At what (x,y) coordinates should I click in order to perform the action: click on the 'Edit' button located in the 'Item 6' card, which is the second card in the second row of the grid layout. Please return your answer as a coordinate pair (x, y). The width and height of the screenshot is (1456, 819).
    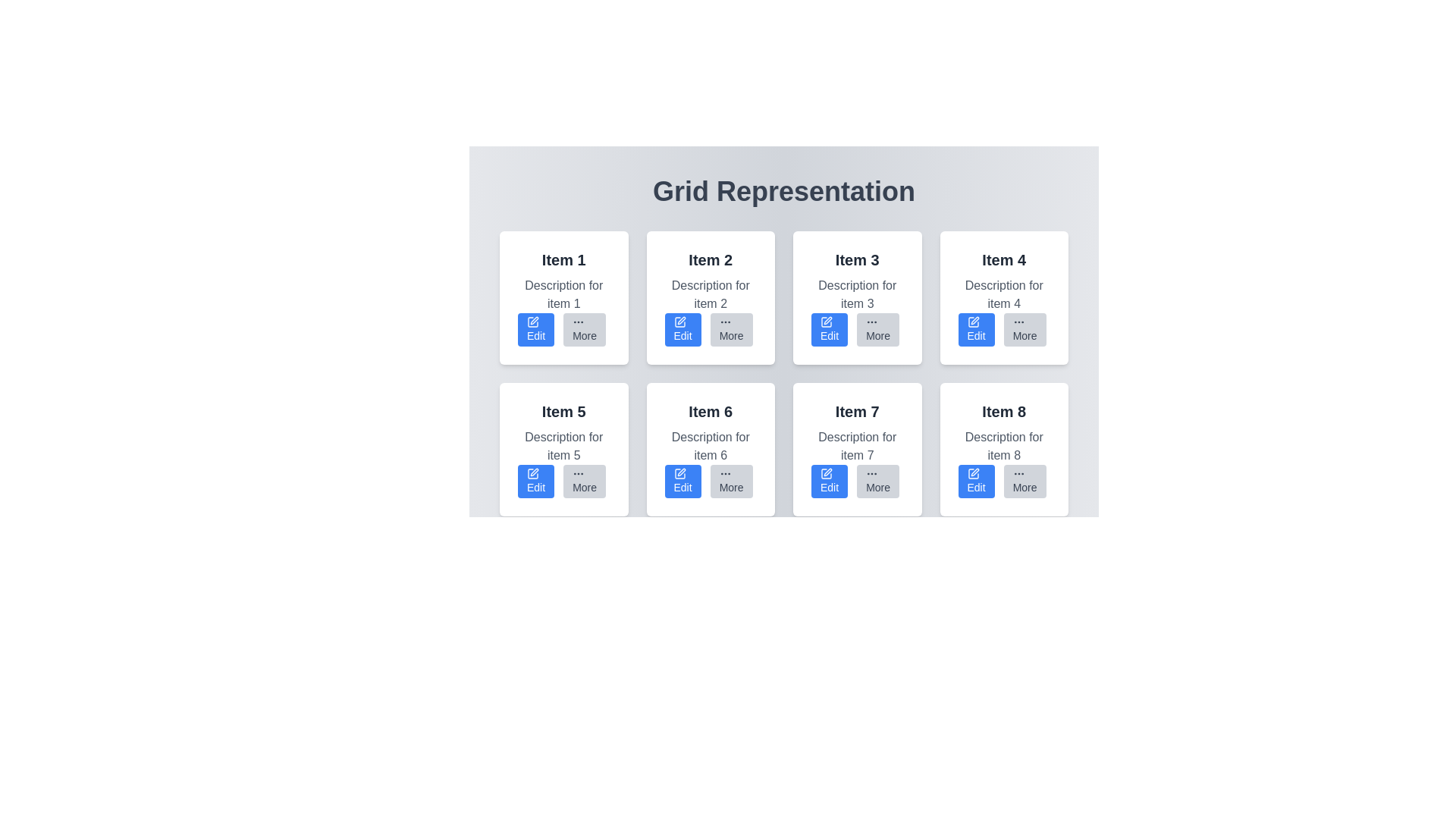
    Looking at the image, I should click on (825, 626).